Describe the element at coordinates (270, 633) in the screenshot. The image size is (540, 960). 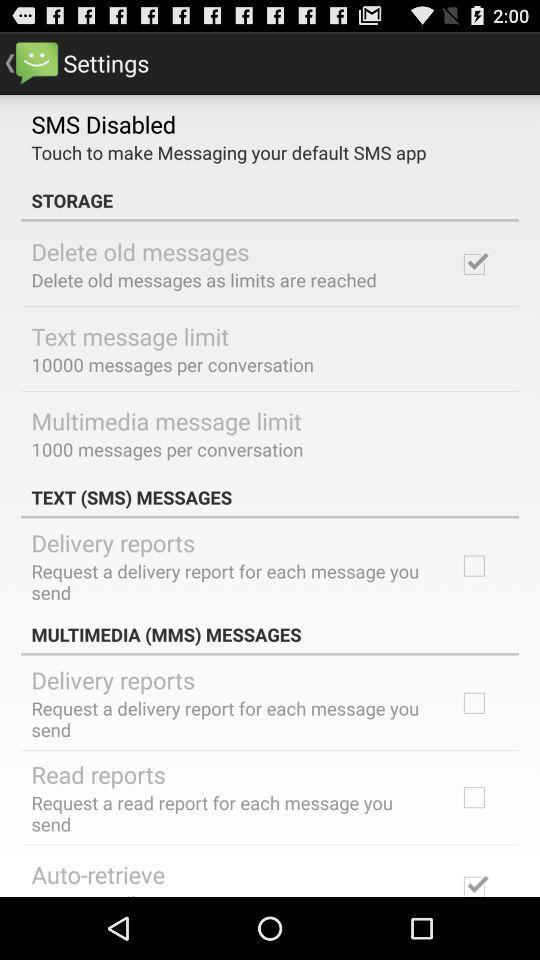
I see `multimedia (mms) messages app` at that location.